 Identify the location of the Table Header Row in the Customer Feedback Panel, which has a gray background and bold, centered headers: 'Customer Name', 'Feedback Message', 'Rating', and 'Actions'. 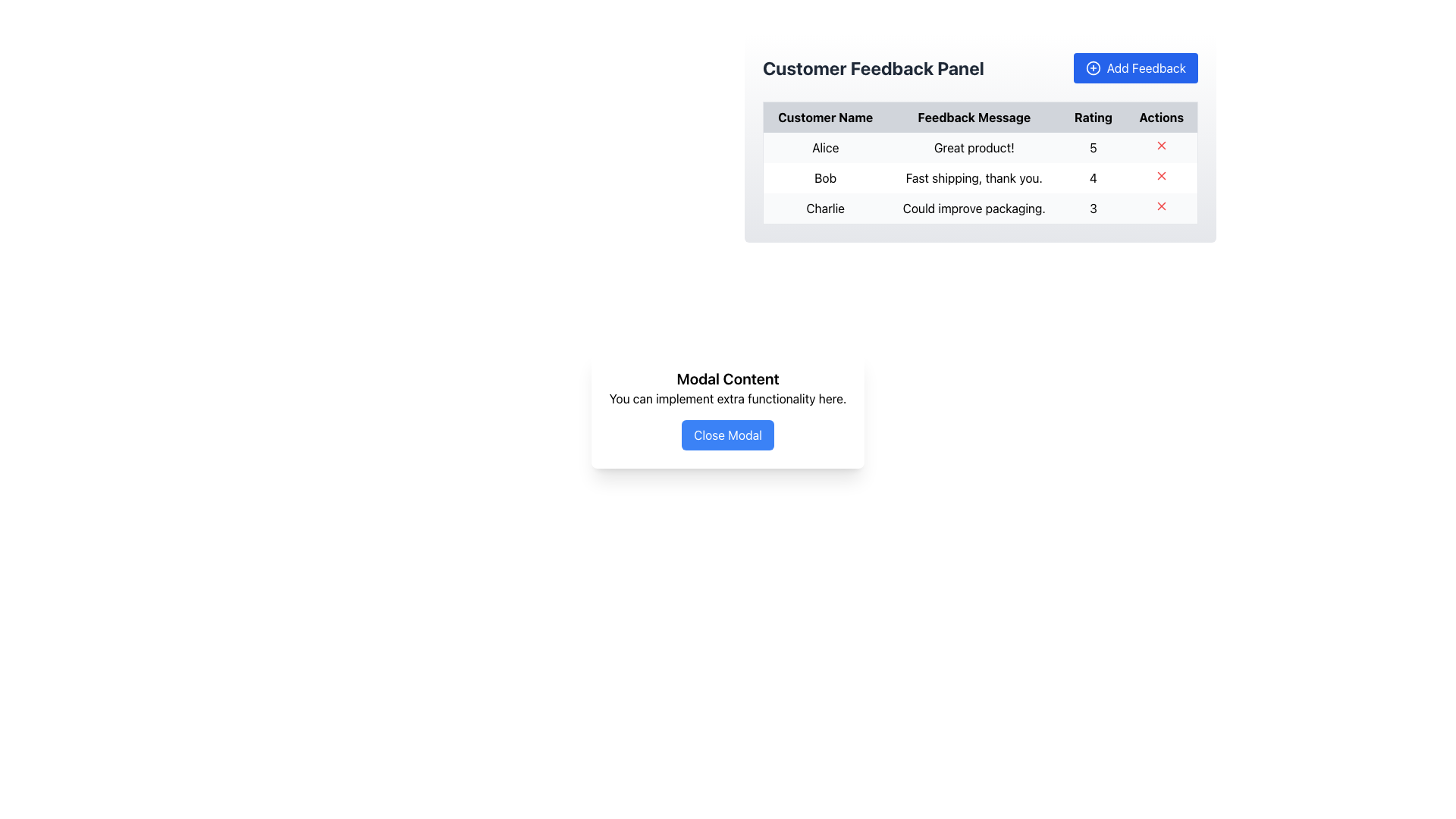
(980, 116).